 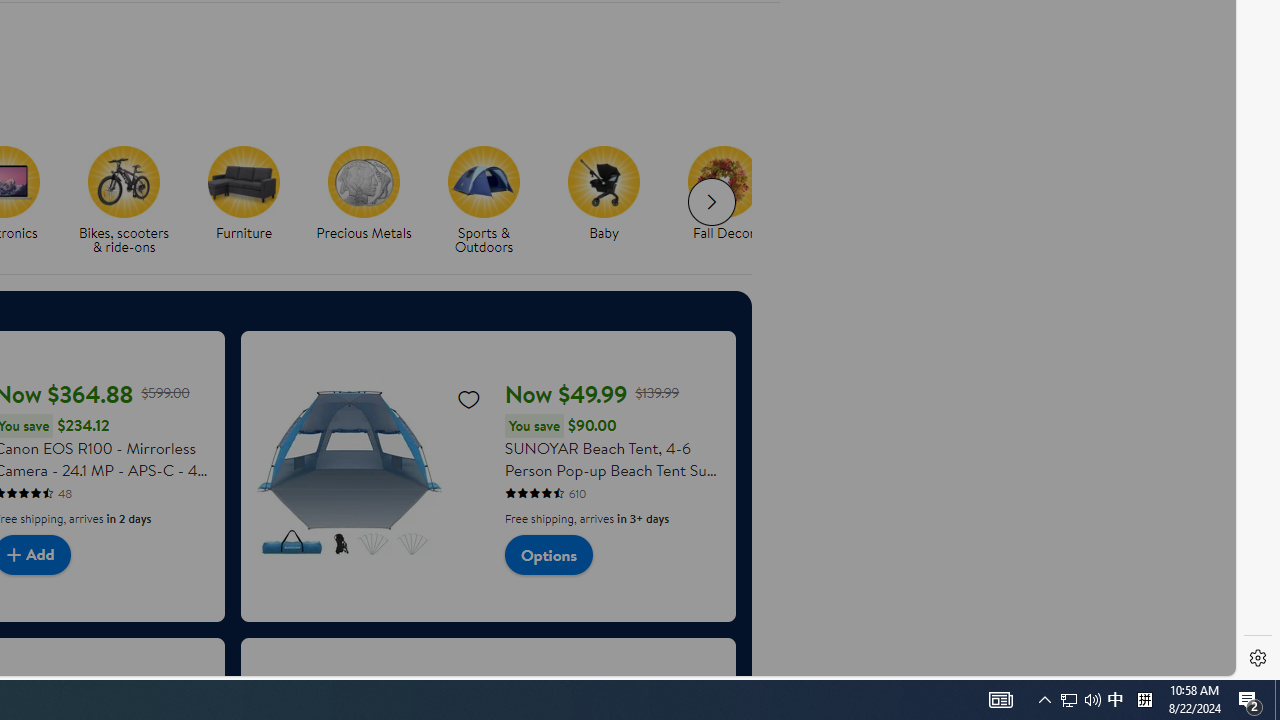 I want to click on 'Precious Metals', so click(x=372, y=201).